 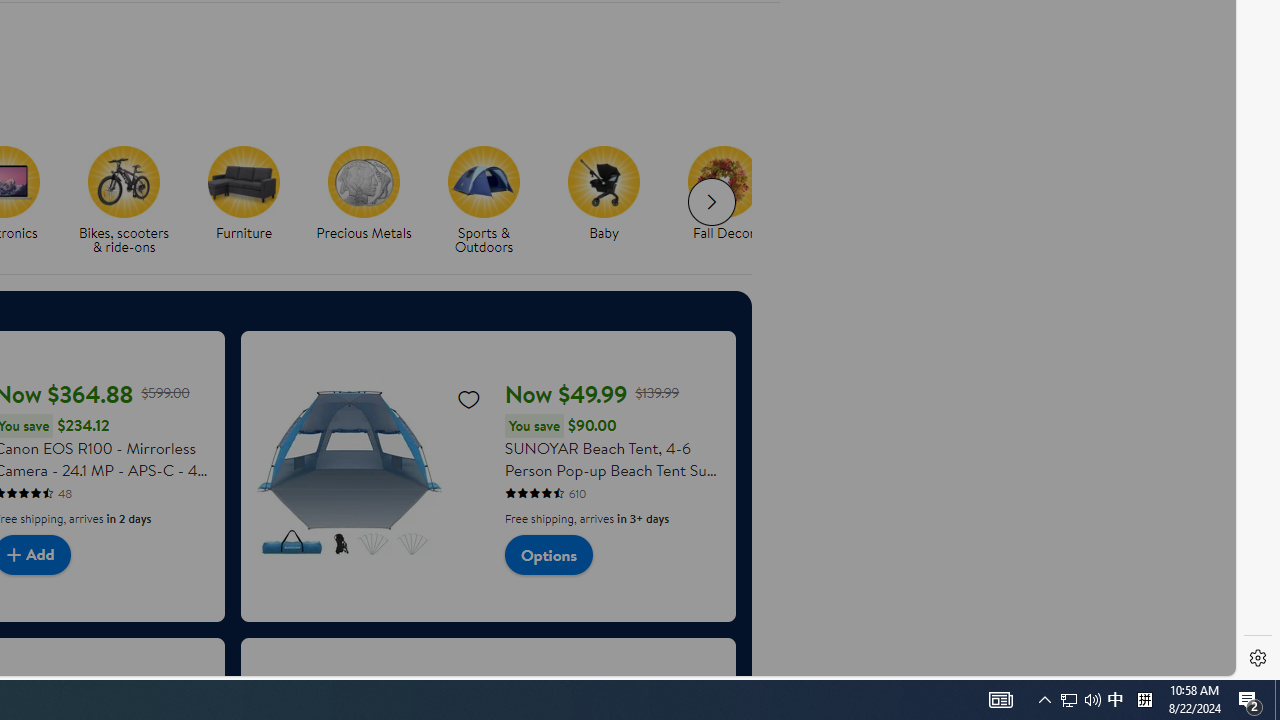 I want to click on 'Precious Metals', so click(x=372, y=201).